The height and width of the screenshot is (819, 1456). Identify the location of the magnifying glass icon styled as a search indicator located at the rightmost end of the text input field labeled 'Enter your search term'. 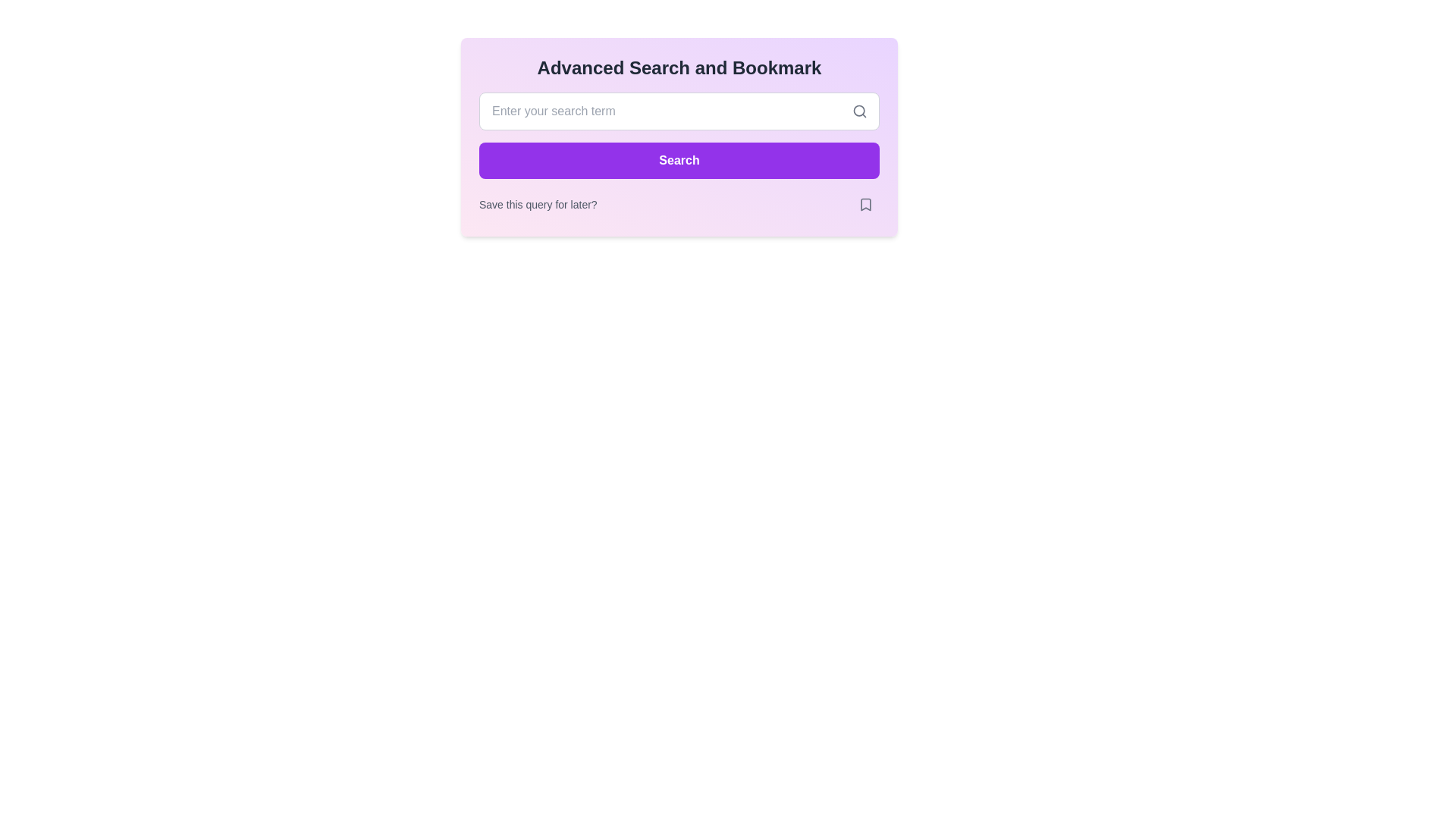
(859, 110).